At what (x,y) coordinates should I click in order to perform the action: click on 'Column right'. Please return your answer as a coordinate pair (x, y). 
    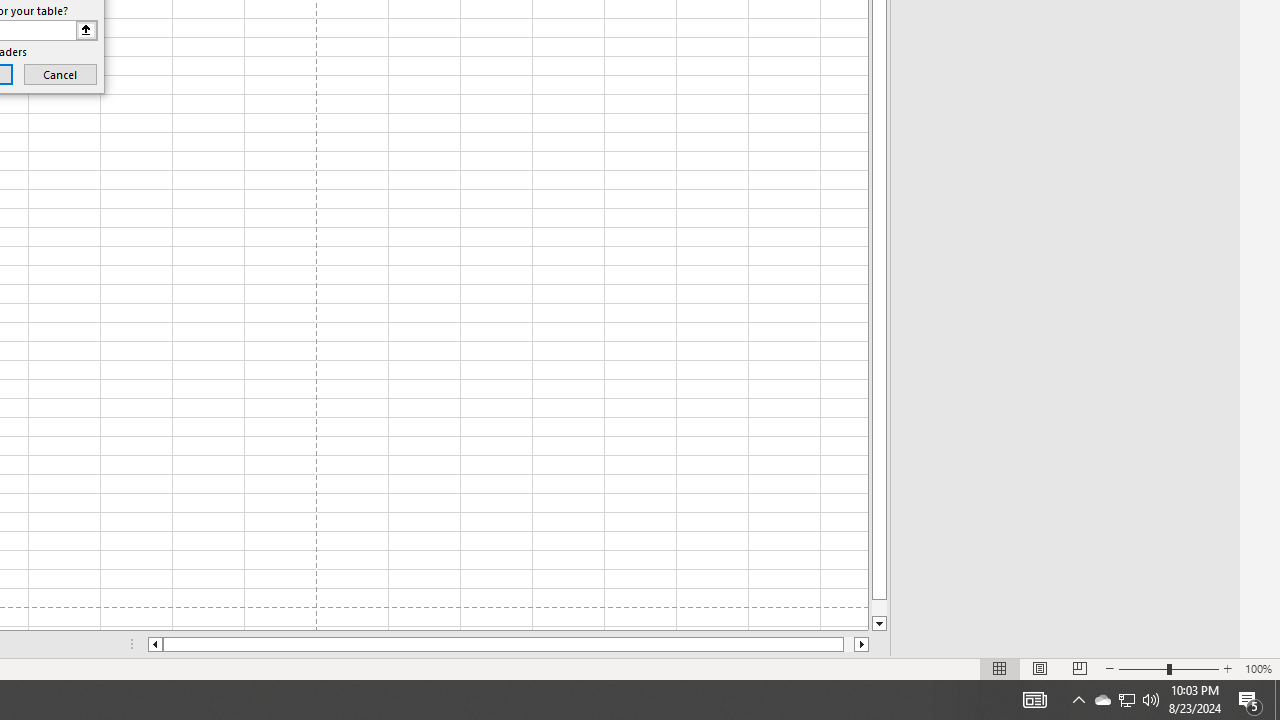
    Looking at the image, I should click on (862, 644).